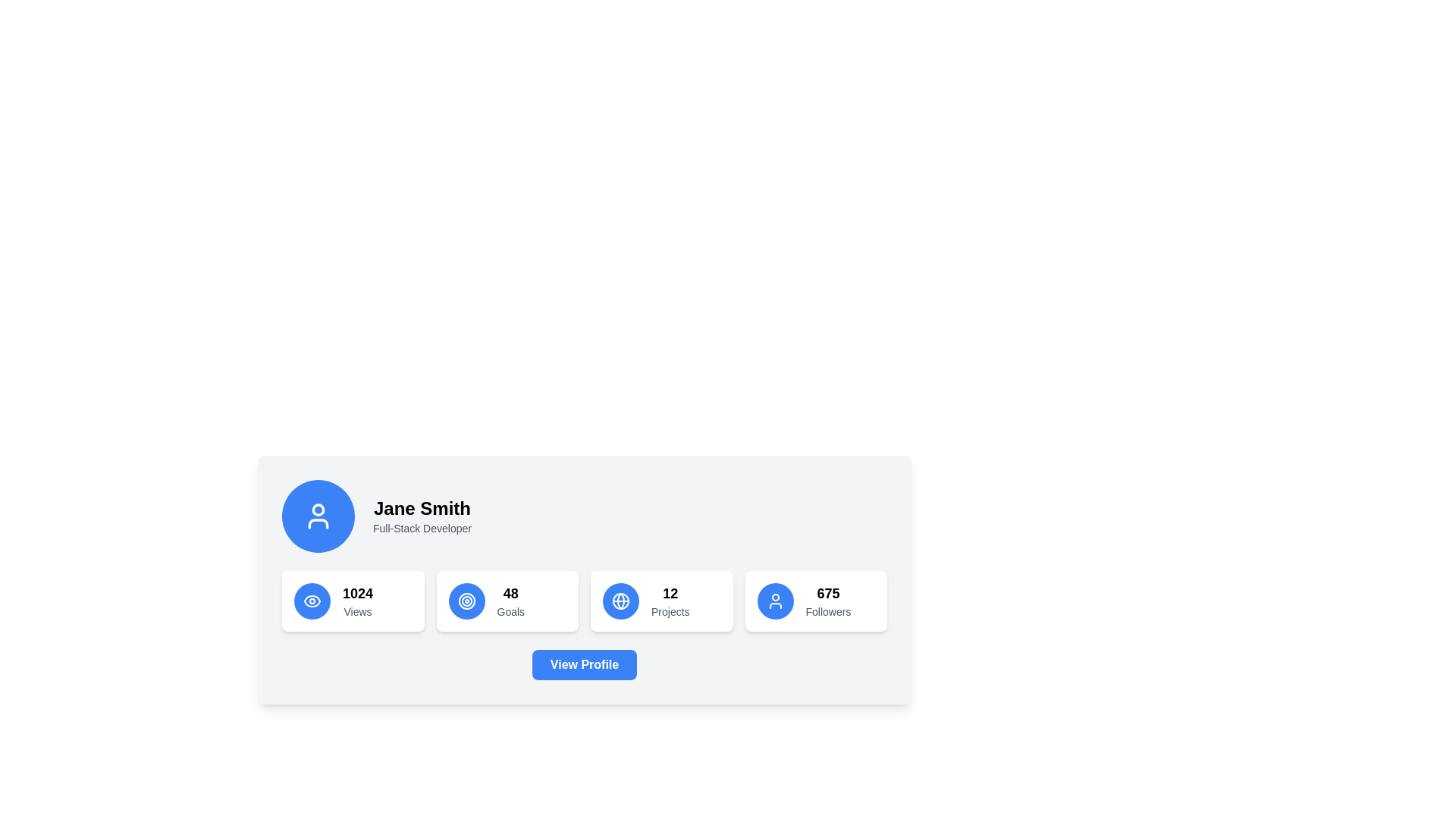 Image resolution: width=1456 pixels, height=819 pixels. Describe the element at coordinates (670, 601) in the screenshot. I see `text displayed in the central textual information display that shows a count of 12, indicating the number of projects in the statistics section of the interface` at that location.